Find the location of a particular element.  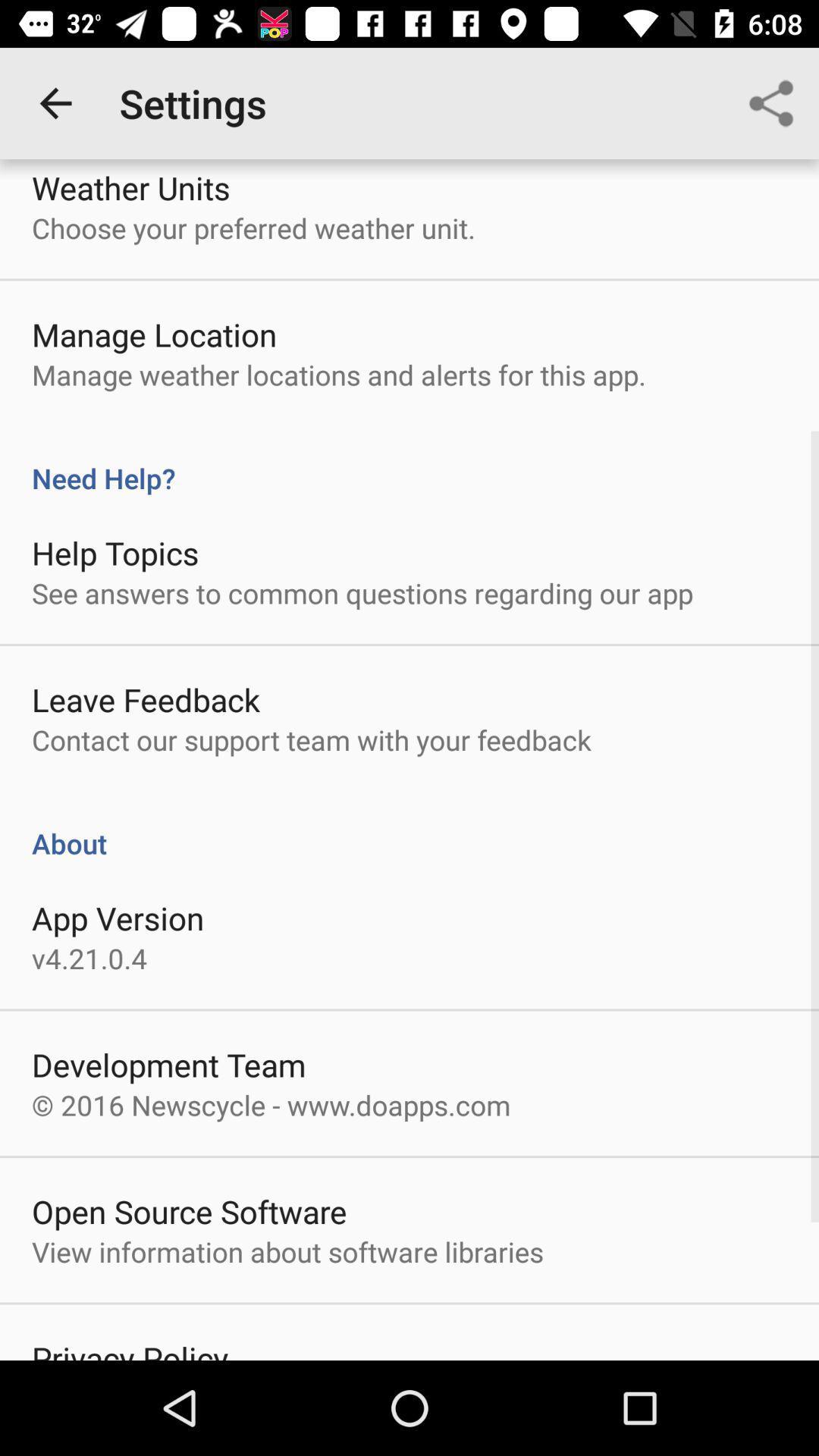

the contact our support is located at coordinates (311, 739).